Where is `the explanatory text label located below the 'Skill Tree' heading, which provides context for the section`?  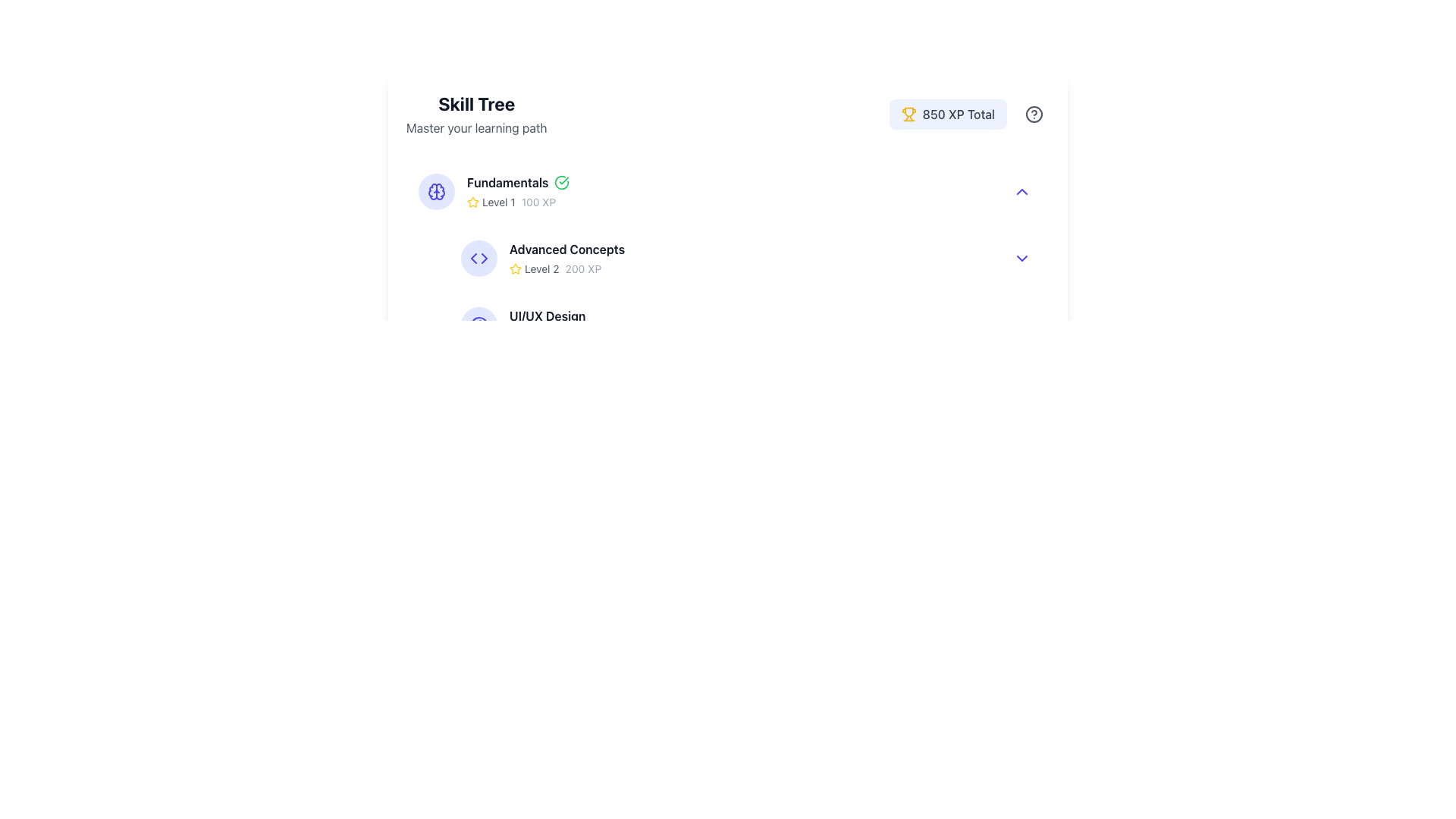 the explanatory text label located below the 'Skill Tree' heading, which provides context for the section is located at coordinates (475, 127).